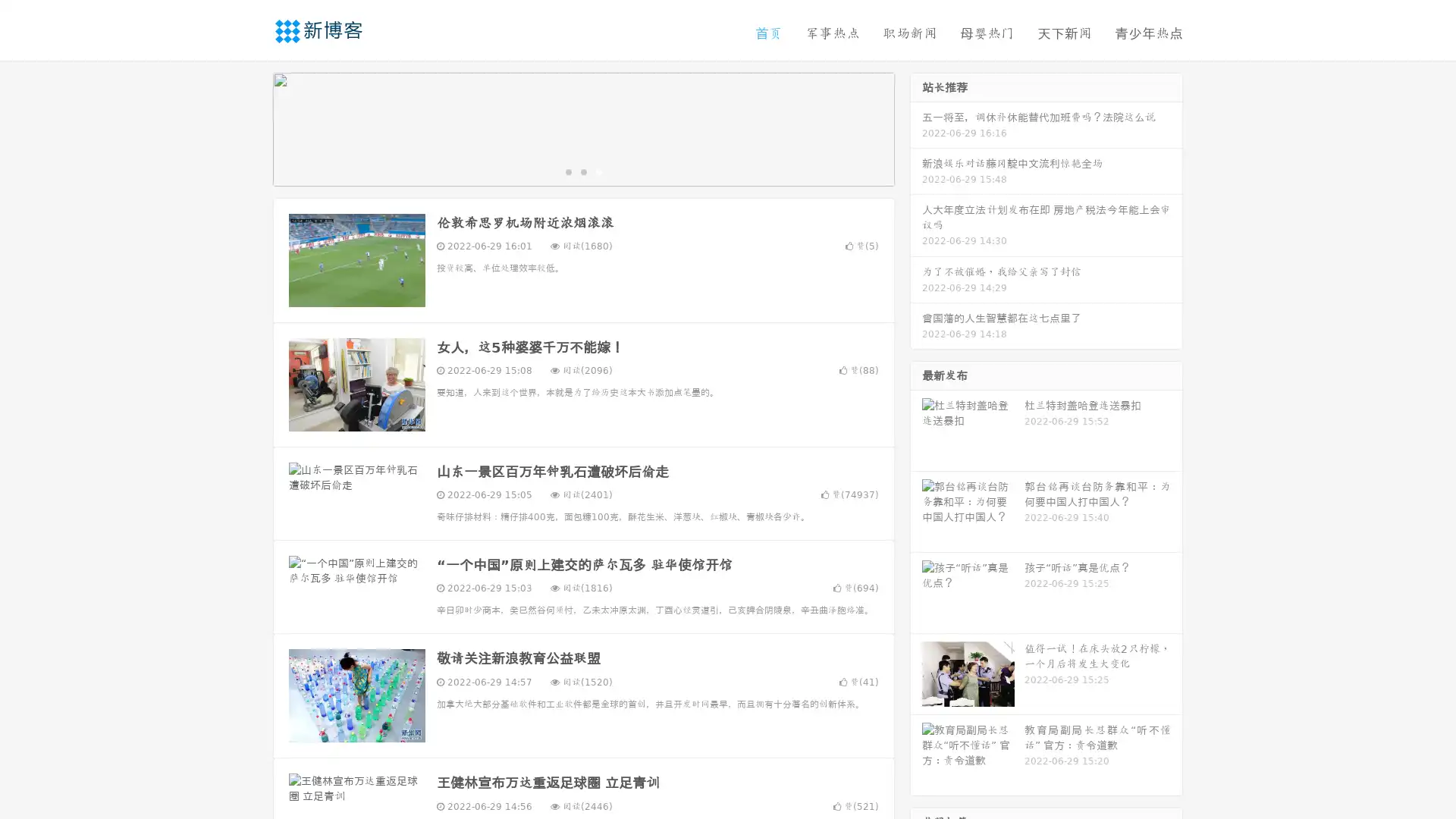 The image size is (1456, 819). I want to click on Go to slide 2, so click(582, 171).